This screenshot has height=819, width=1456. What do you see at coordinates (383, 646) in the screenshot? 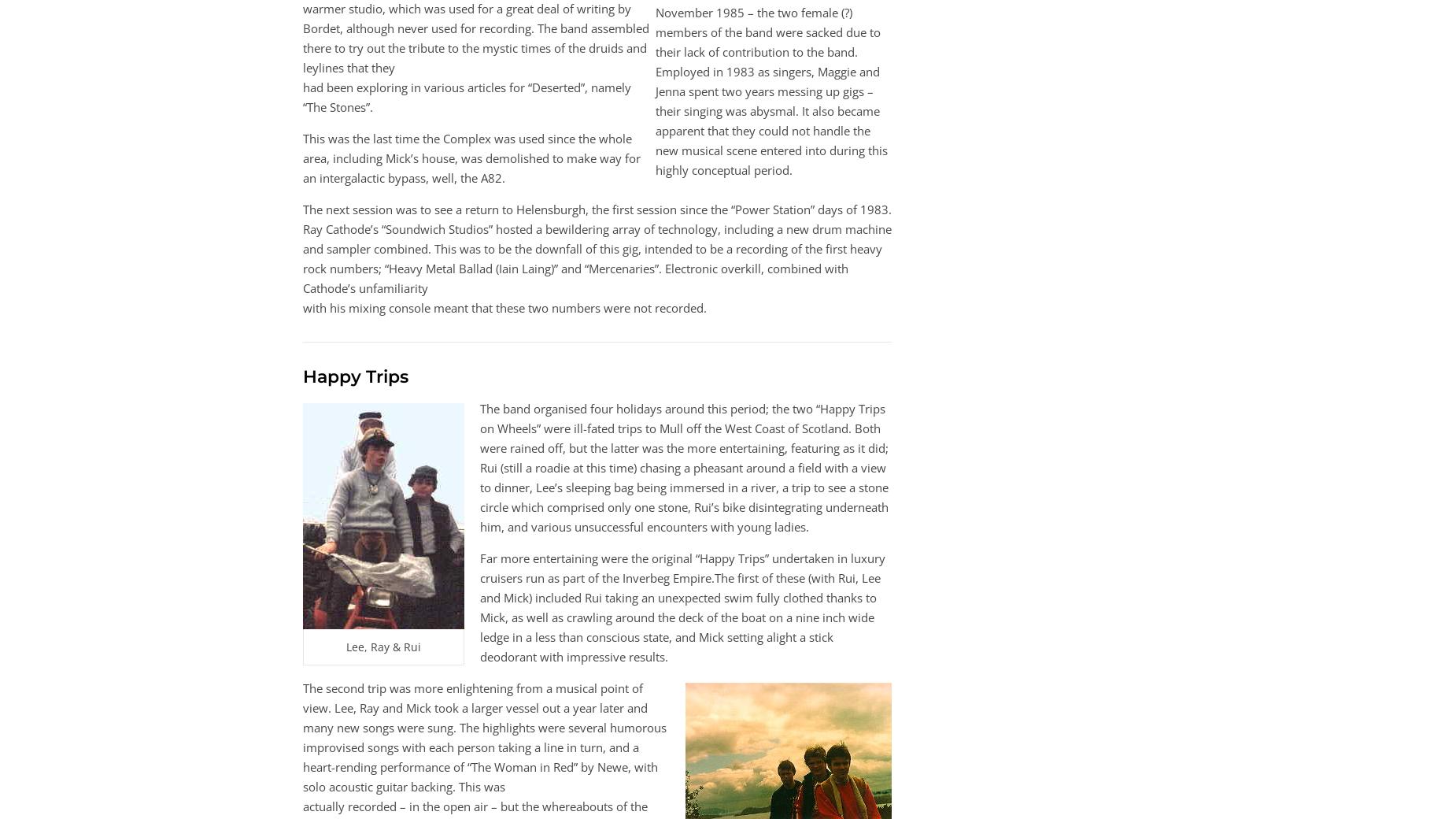
I see `'Lee, Ray & Rui'` at bounding box center [383, 646].